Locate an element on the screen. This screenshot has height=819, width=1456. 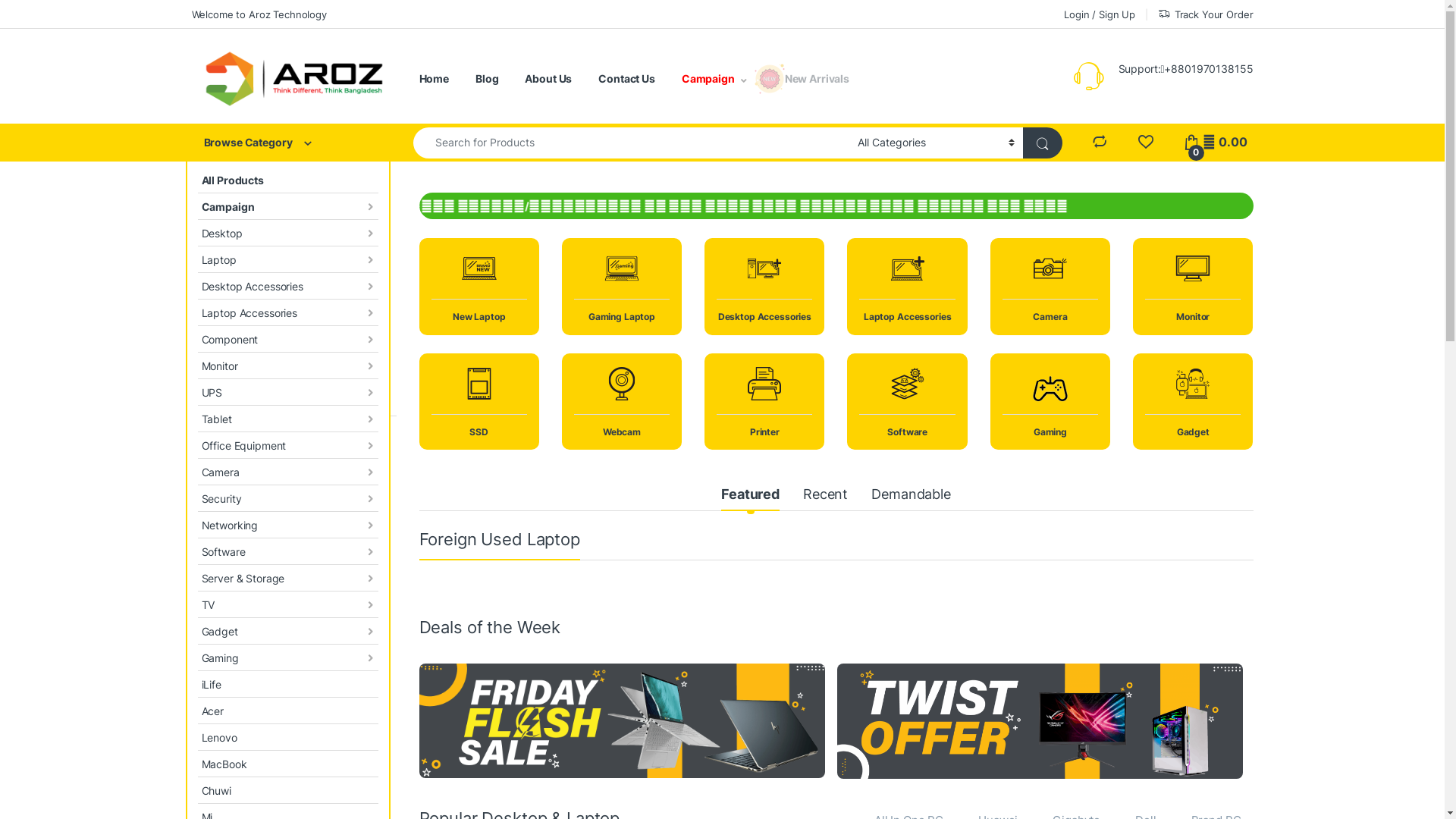
'Camera' is located at coordinates (1050, 286).